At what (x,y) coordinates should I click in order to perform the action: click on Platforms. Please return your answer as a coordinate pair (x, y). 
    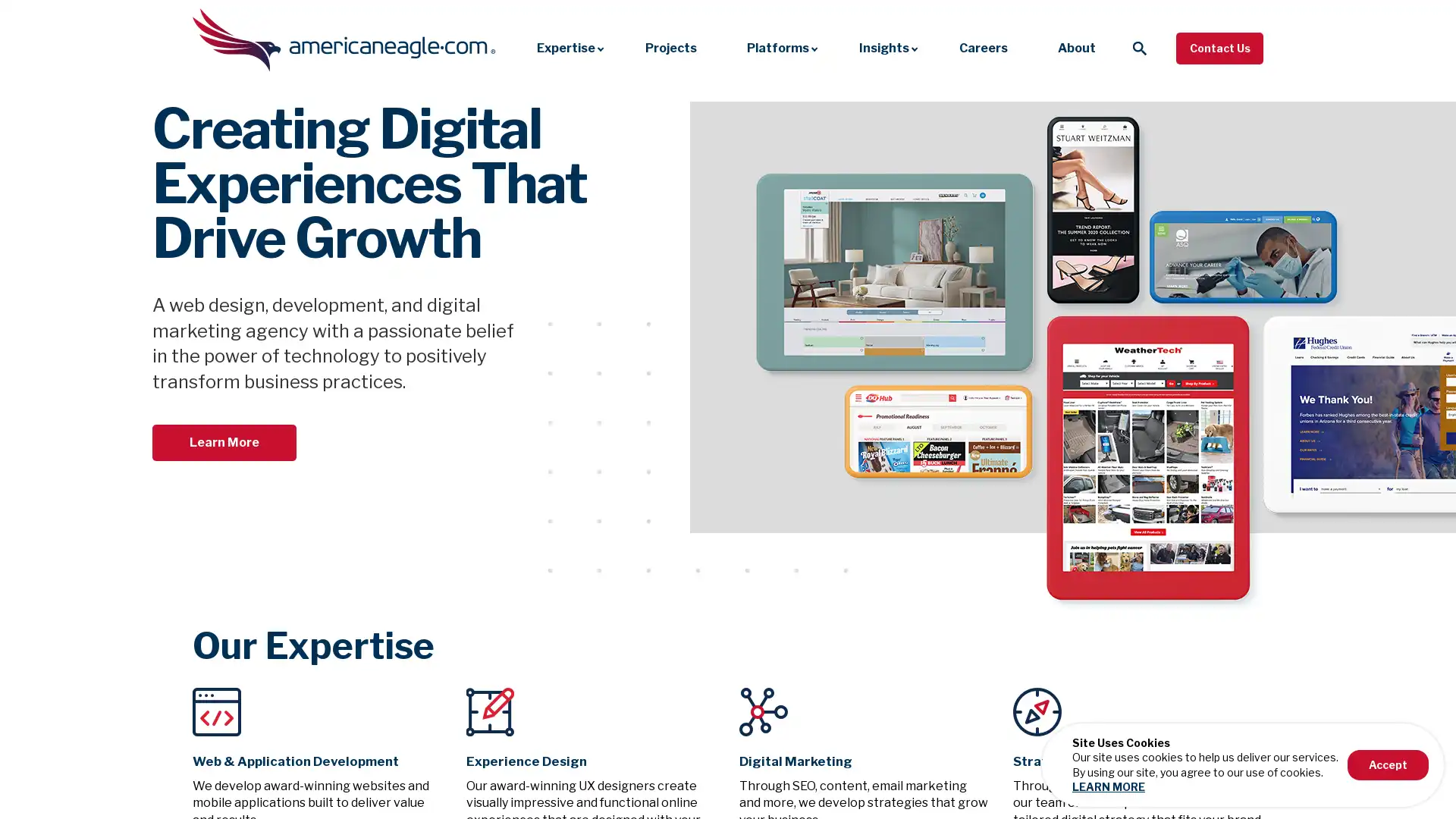
    Looking at the image, I should click on (778, 47).